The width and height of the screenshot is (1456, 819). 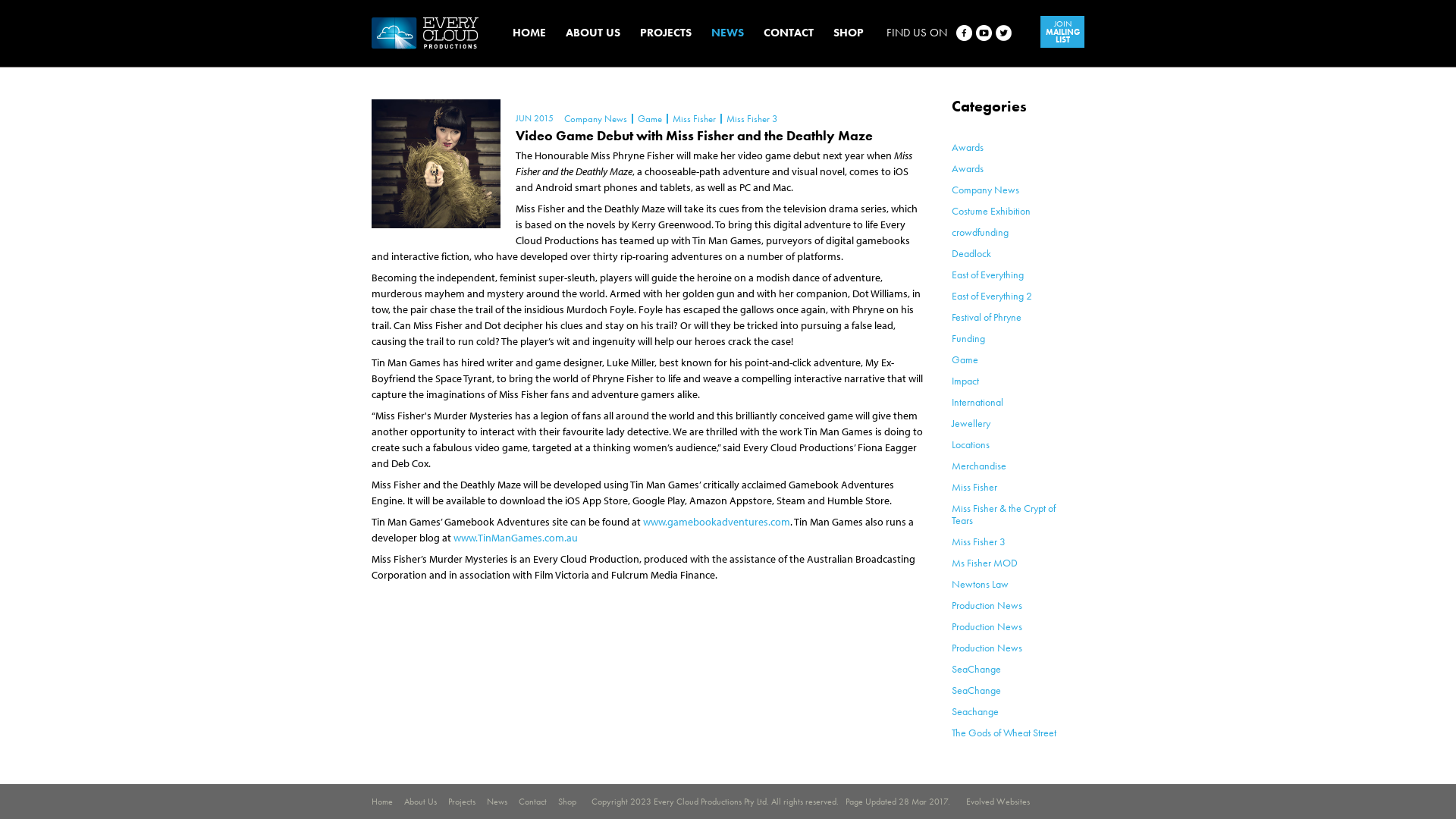 I want to click on 'www.TinManGames.com.au', so click(x=516, y=537).